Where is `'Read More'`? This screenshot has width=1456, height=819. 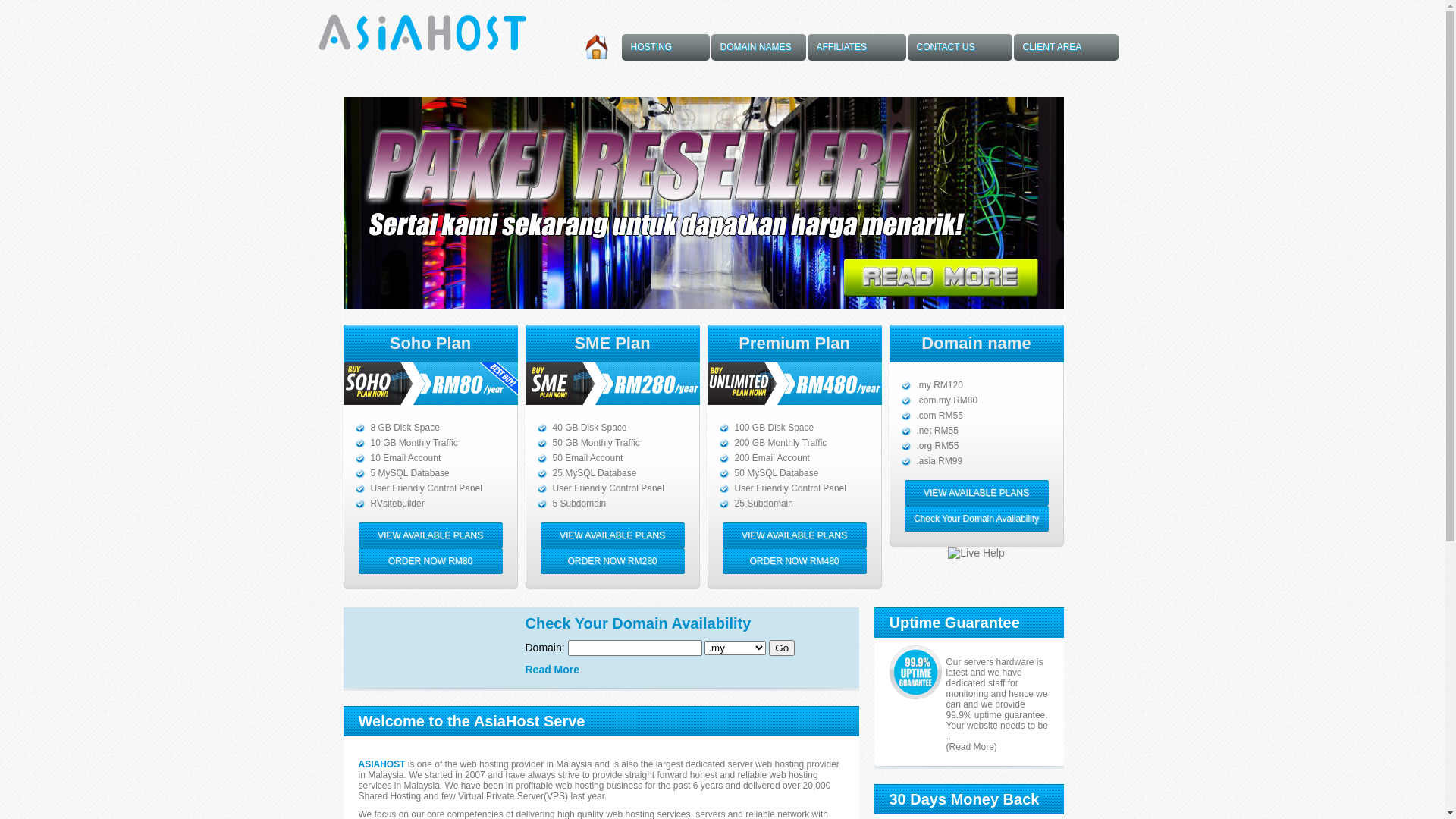 'Read More' is located at coordinates (551, 669).